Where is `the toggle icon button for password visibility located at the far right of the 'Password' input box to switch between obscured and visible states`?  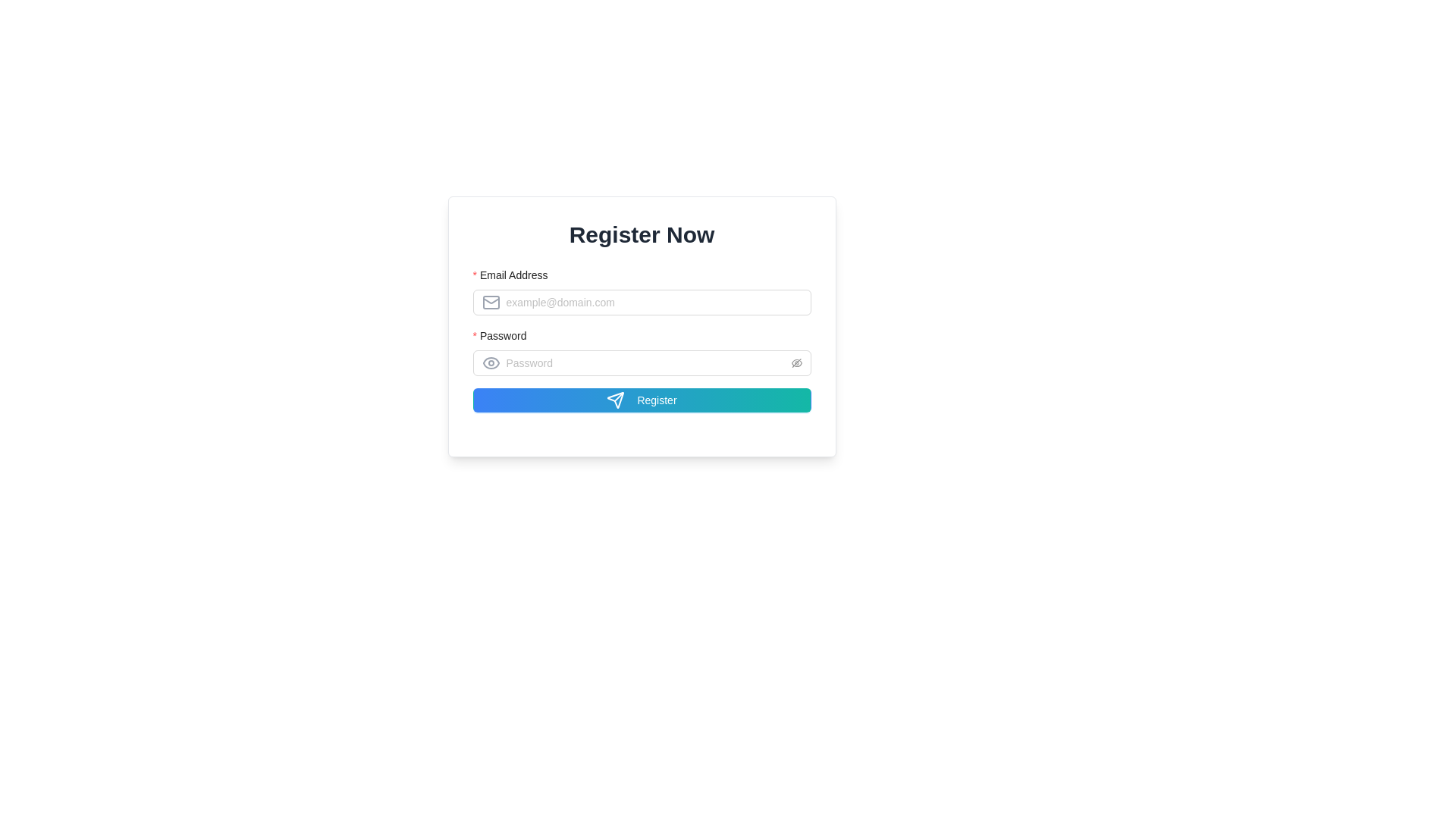 the toggle icon button for password visibility located at the far right of the 'Password' input box to switch between obscured and visible states is located at coordinates (795, 362).